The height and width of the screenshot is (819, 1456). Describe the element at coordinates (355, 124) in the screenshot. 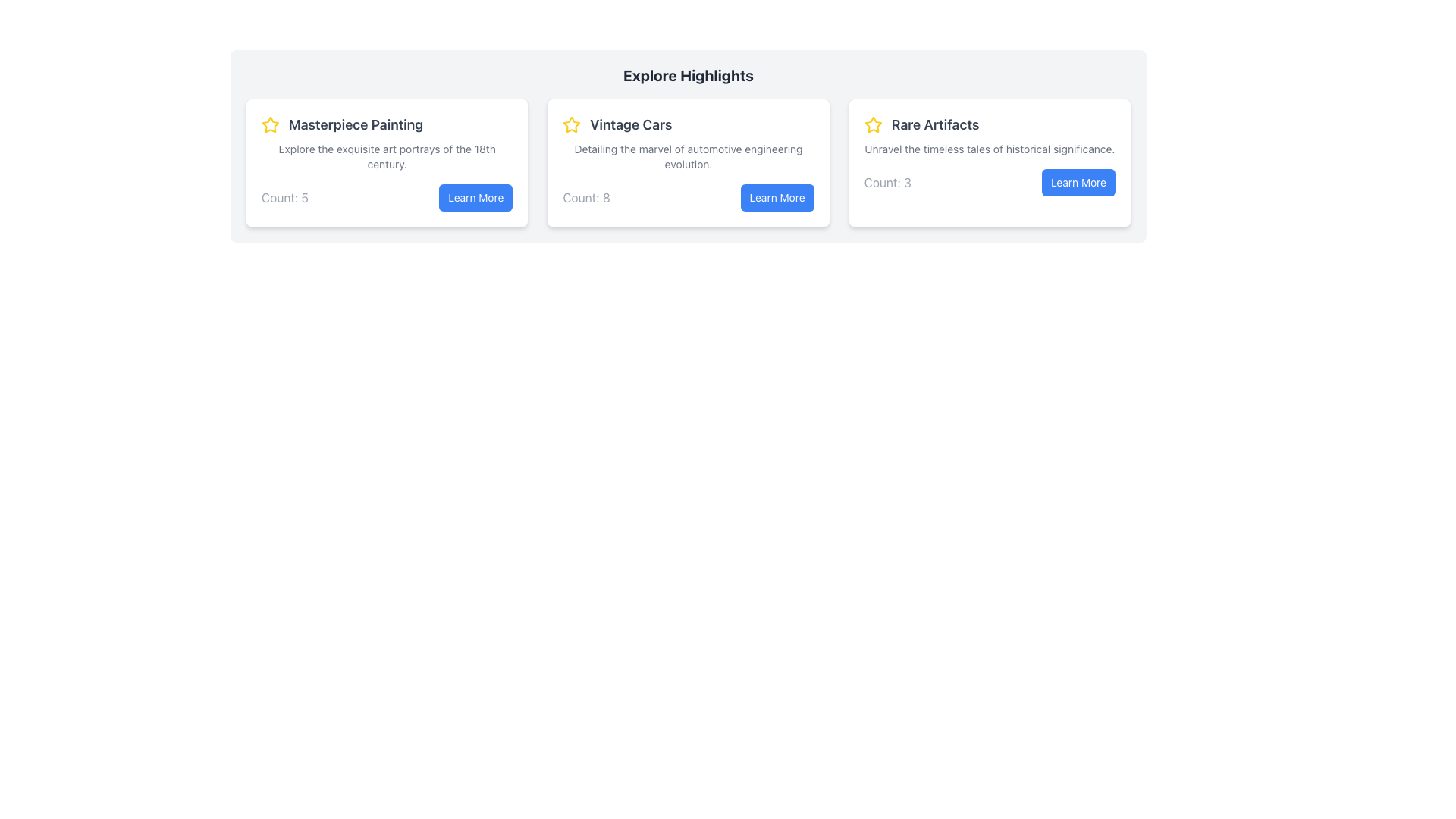

I see `the title text label which is part of the card component located in the leftmost column, next to a yellow star icon` at that location.